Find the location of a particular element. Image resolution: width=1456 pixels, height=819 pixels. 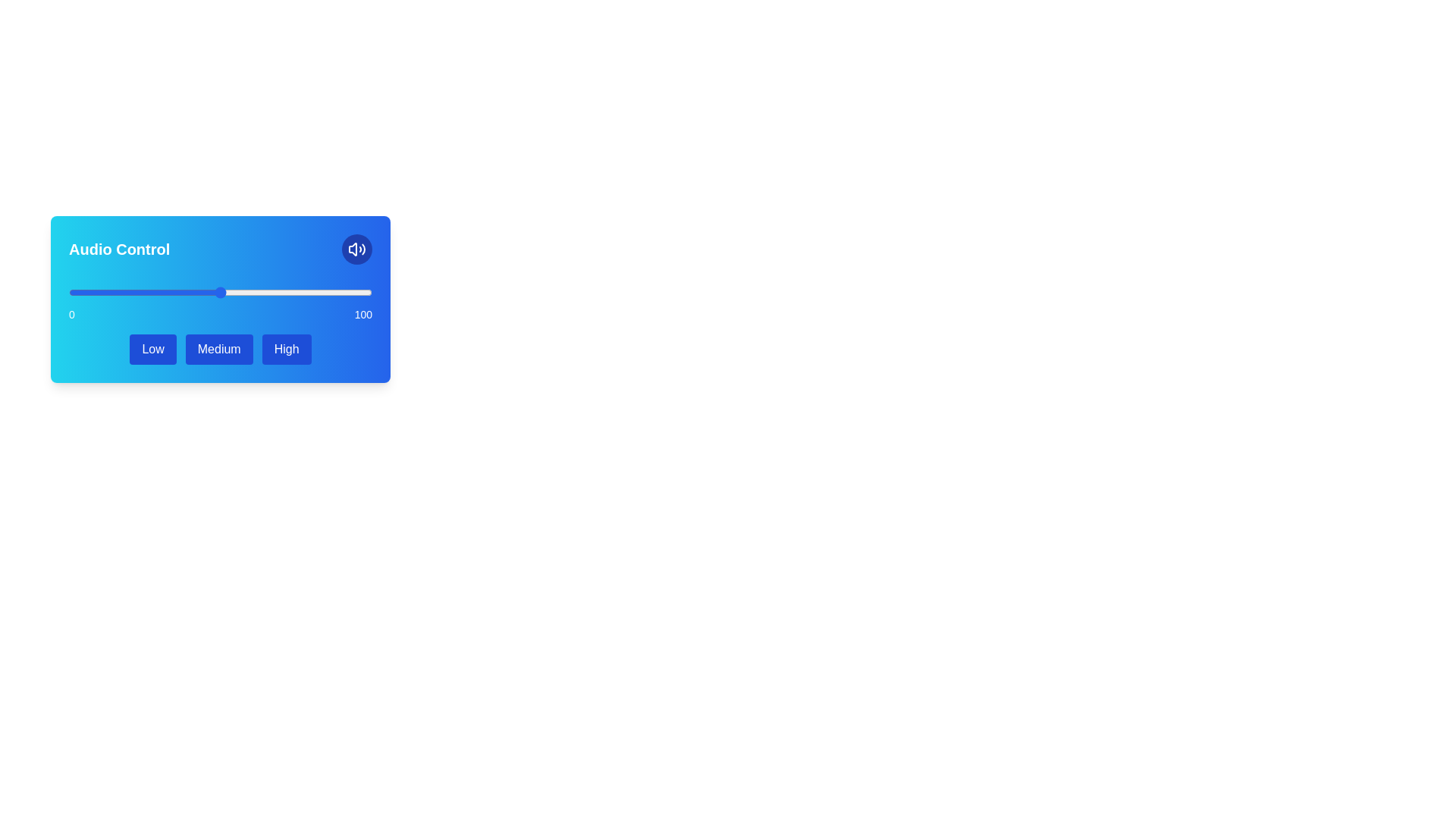

the slider value is located at coordinates (217, 292).